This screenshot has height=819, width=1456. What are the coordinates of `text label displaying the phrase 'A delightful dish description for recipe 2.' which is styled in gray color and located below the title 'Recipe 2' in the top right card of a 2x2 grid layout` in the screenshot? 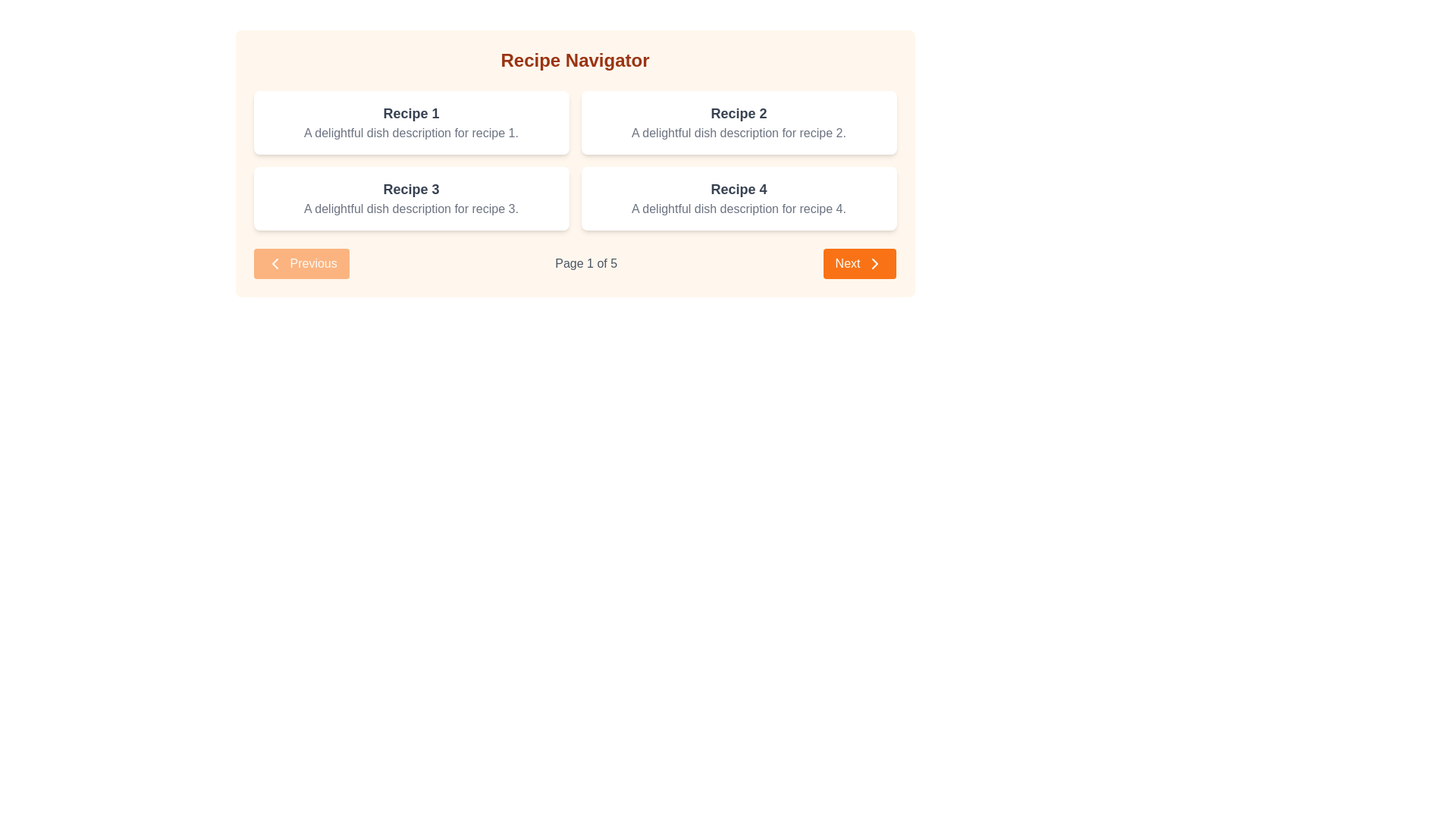 It's located at (739, 133).